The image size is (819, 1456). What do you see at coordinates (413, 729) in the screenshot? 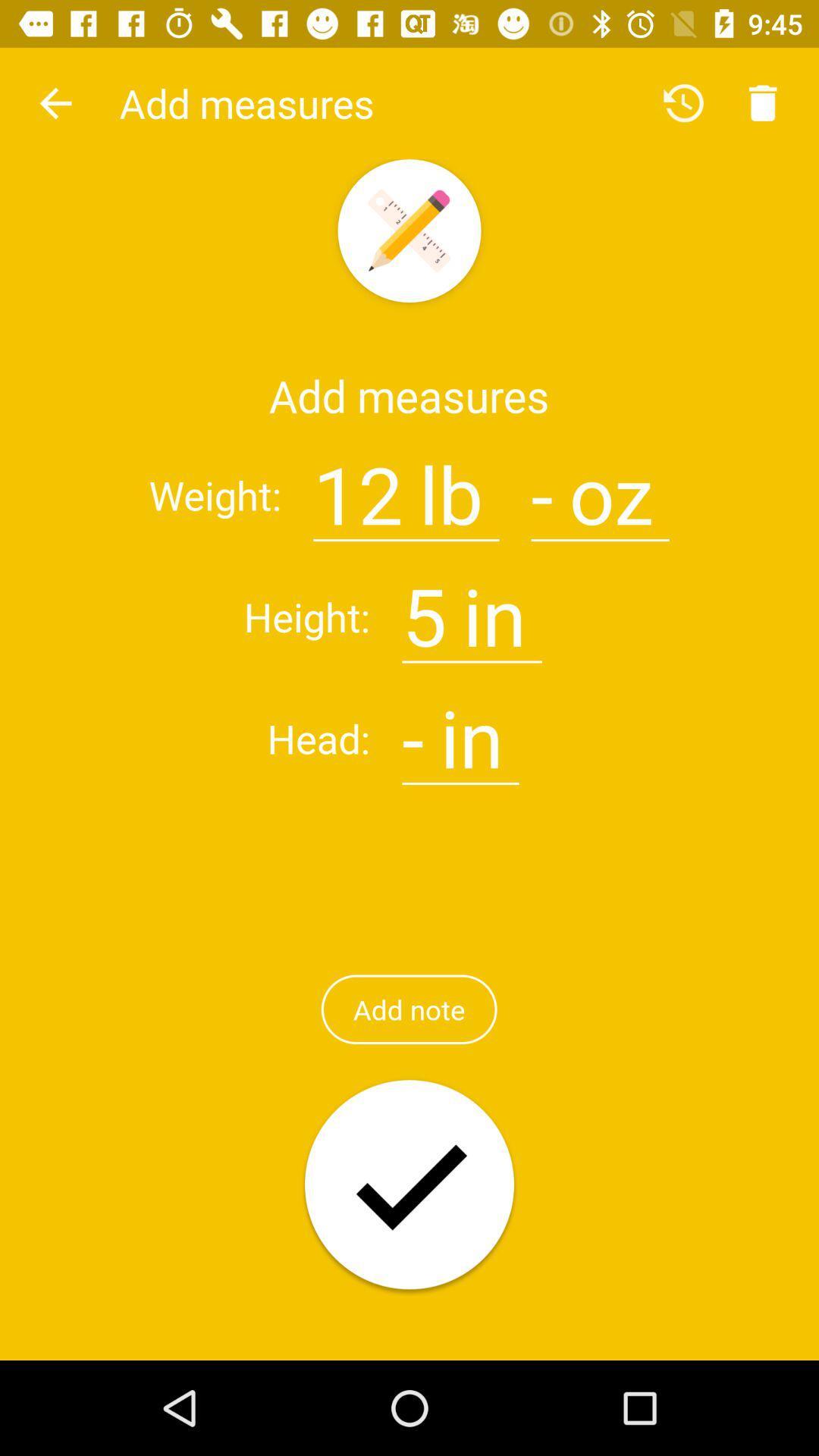
I see `the symbol bar` at bounding box center [413, 729].